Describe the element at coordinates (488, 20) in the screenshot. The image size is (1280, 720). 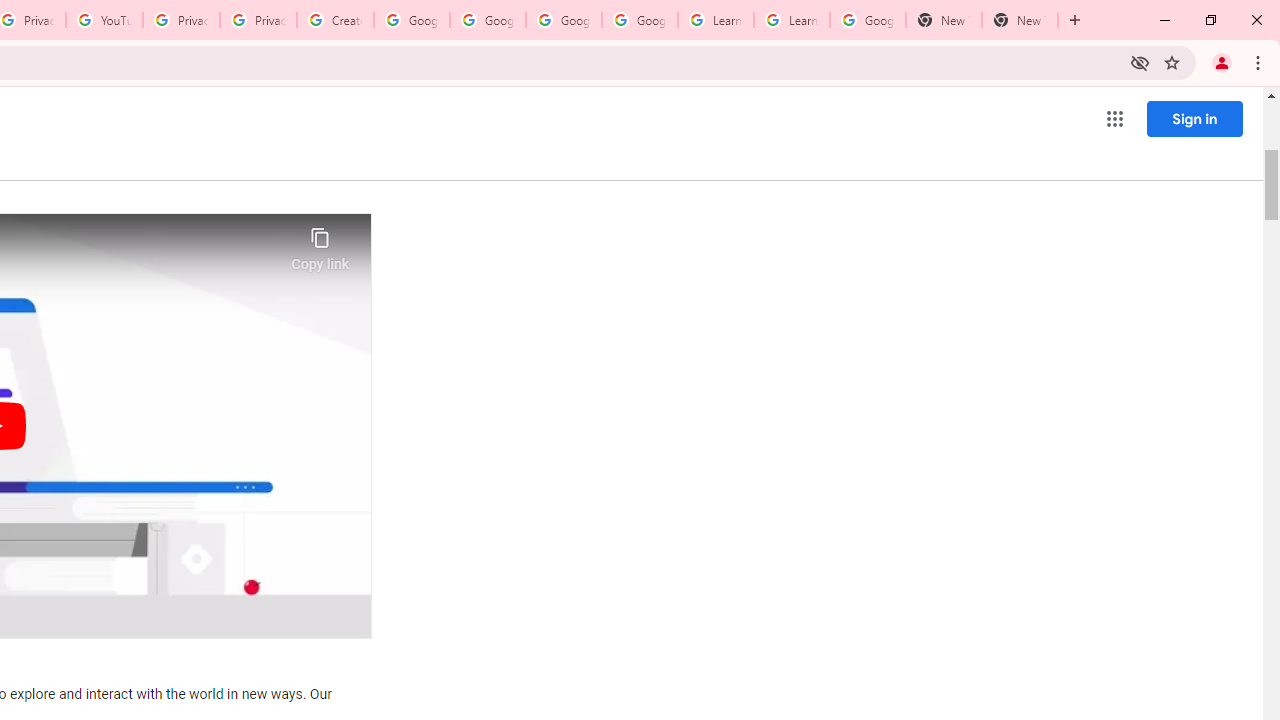
I see `'Google Account Help'` at that location.